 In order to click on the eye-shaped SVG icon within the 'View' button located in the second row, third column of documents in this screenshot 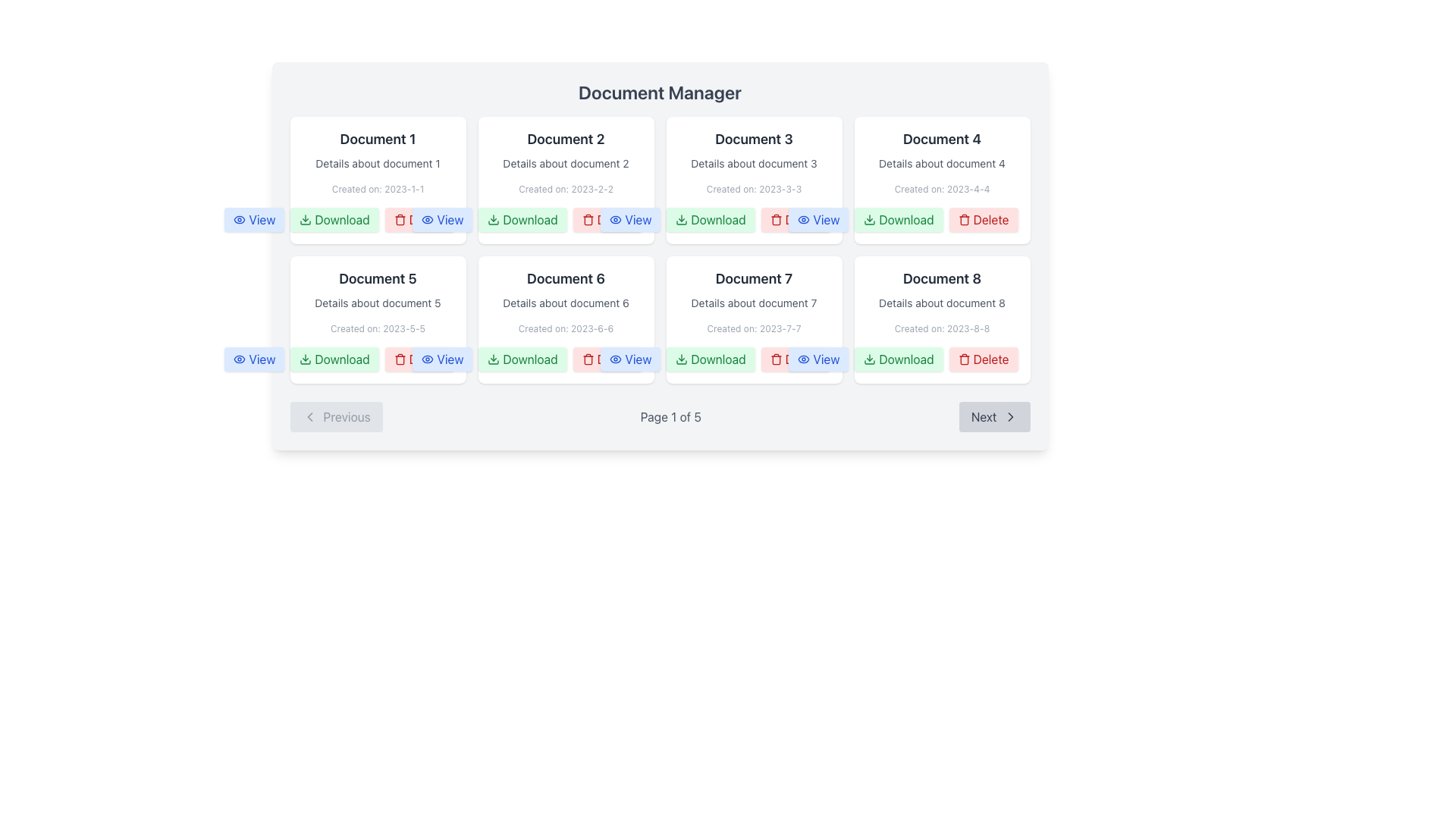, I will do `click(616, 359)`.